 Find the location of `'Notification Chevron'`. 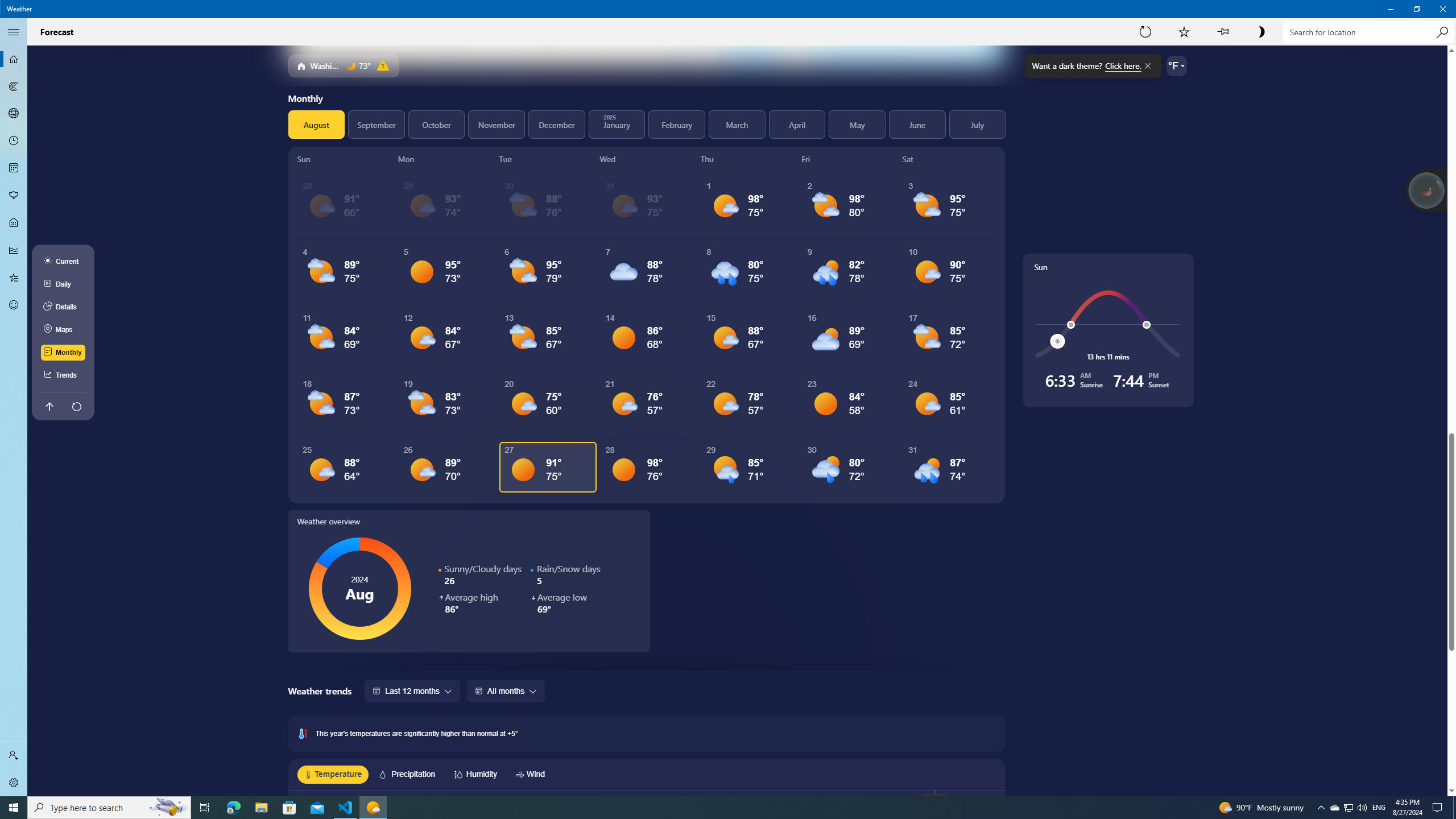

'Notification Chevron' is located at coordinates (1321, 806).